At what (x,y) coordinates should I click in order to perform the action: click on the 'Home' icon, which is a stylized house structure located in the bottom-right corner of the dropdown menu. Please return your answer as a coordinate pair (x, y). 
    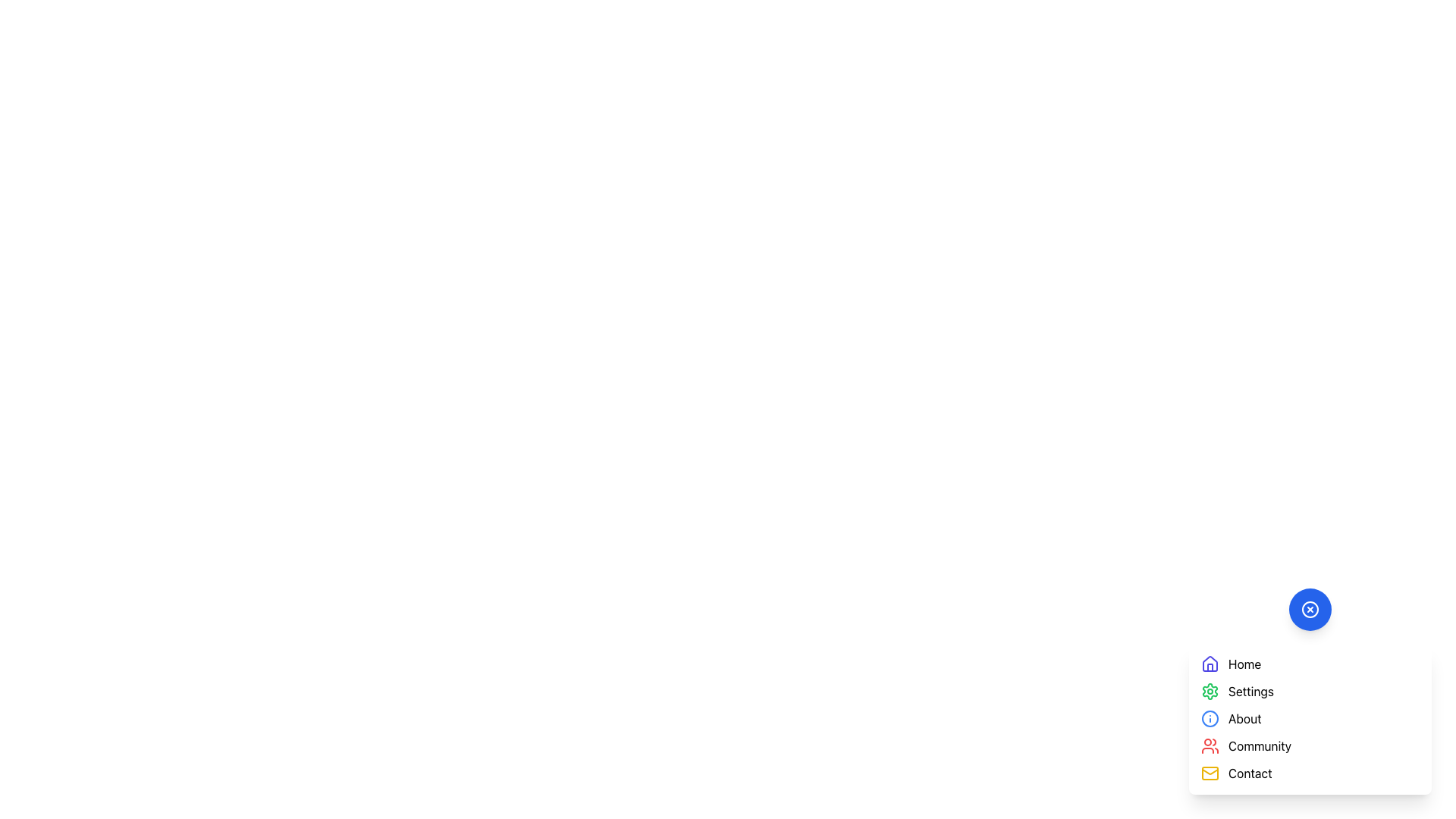
    Looking at the image, I should click on (1210, 663).